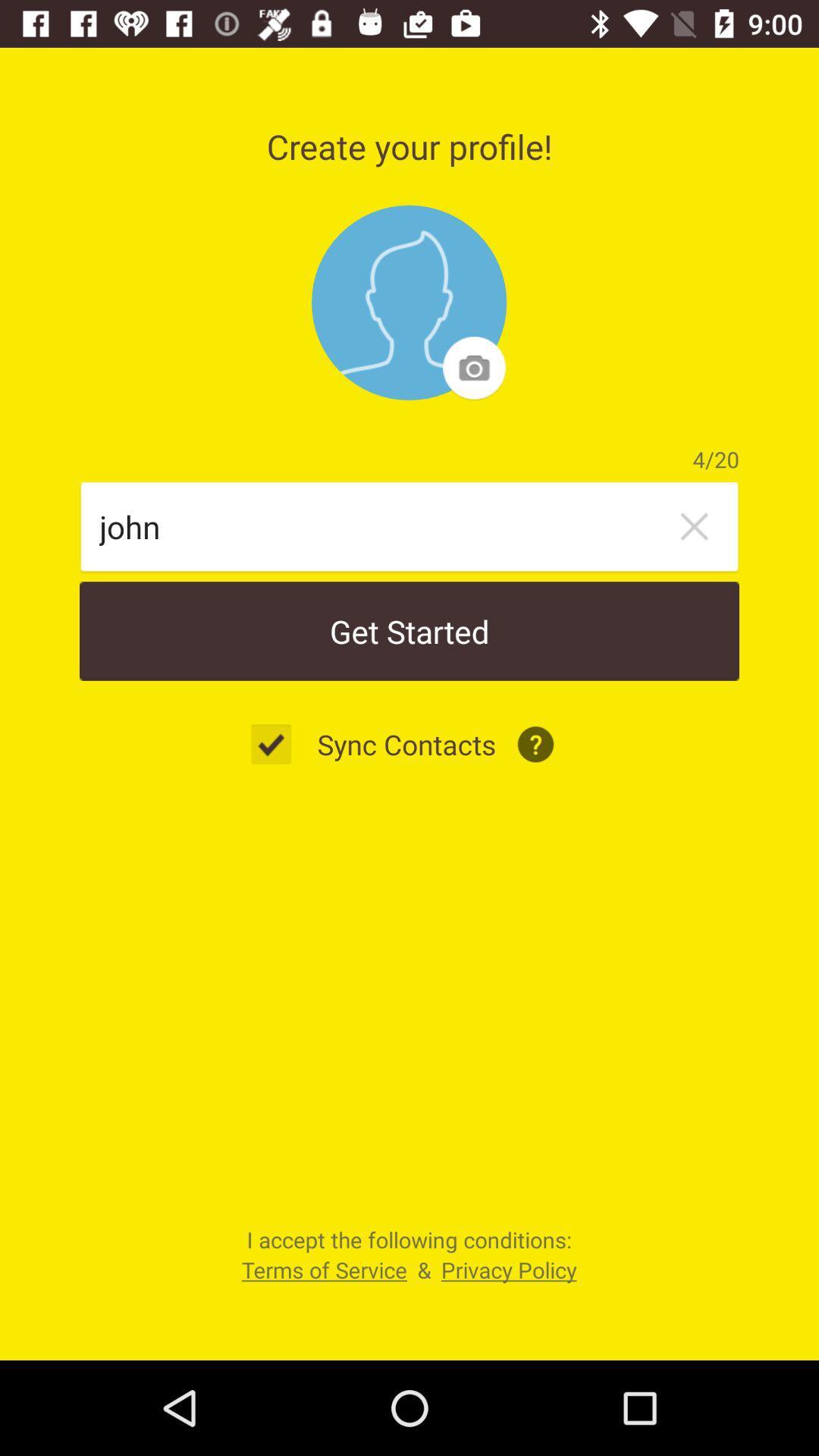 The height and width of the screenshot is (1456, 819). What do you see at coordinates (509, 1269) in the screenshot?
I see `privacy policy icon` at bounding box center [509, 1269].